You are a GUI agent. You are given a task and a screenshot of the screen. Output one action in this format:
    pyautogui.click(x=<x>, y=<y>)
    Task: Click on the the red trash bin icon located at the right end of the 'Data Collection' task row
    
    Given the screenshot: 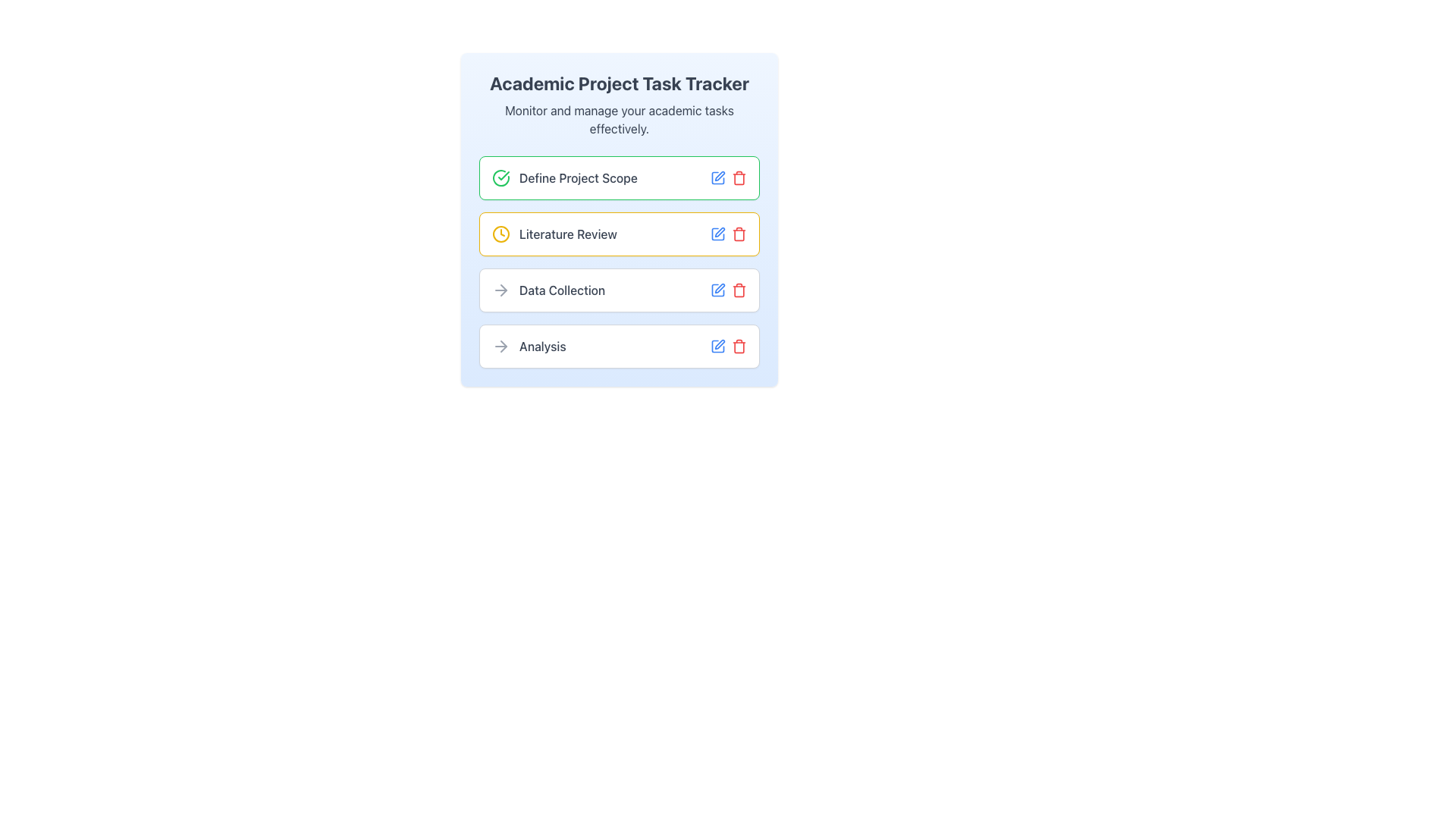 What is the action you would take?
    pyautogui.click(x=728, y=290)
    